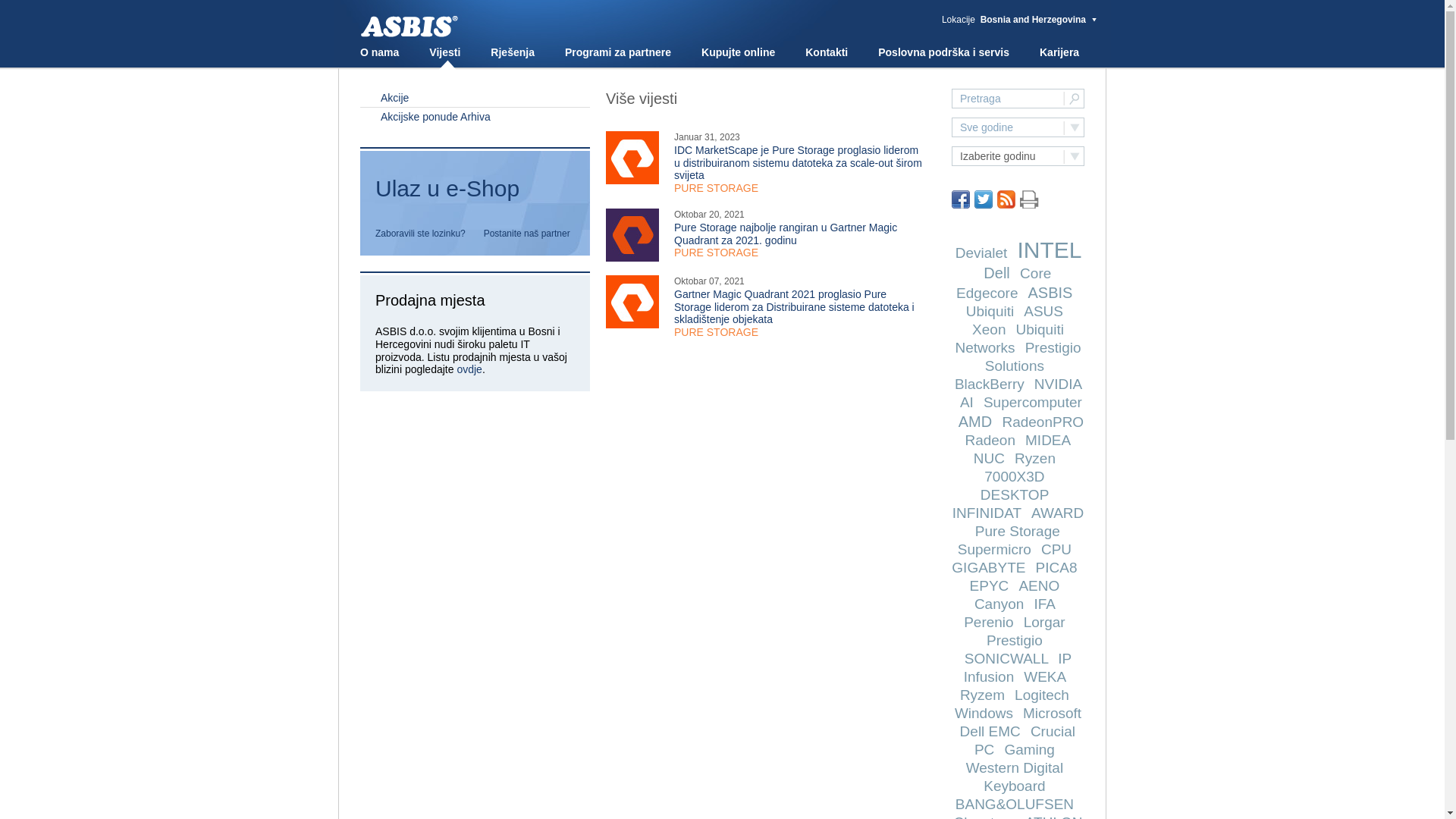 The height and width of the screenshot is (819, 1456). Describe the element at coordinates (987, 293) in the screenshot. I see `'Edgecore'` at that location.